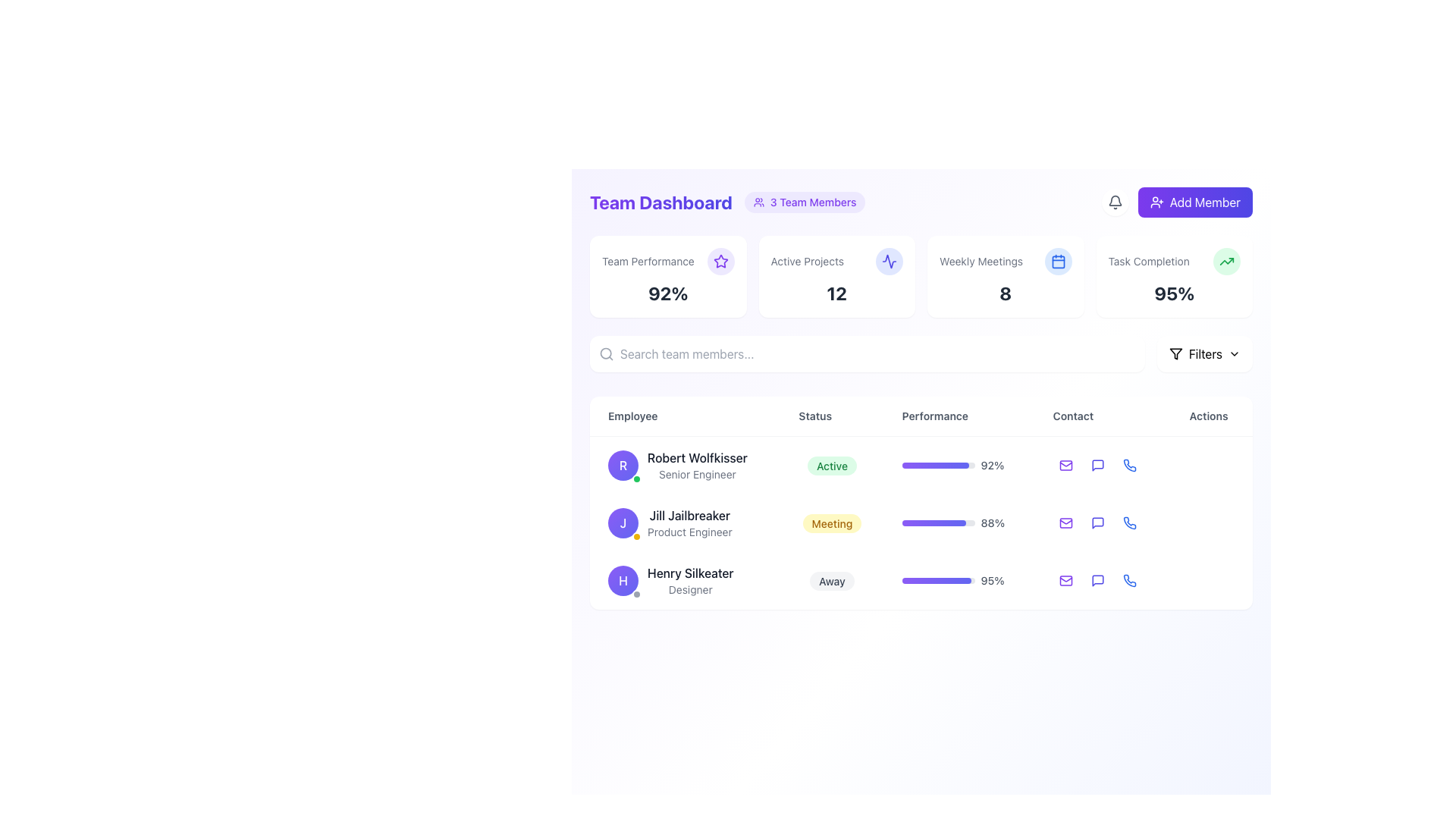 Image resolution: width=1456 pixels, height=819 pixels. What do you see at coordinates (993, 580) in the screenshot?
I see `percentage value displayed in the text element located in the 'Performance' column of the last row (Henry Silkeater) in the employee data table, which is situated to the right of the progress bar indicator` at bounding box center [993, 580].